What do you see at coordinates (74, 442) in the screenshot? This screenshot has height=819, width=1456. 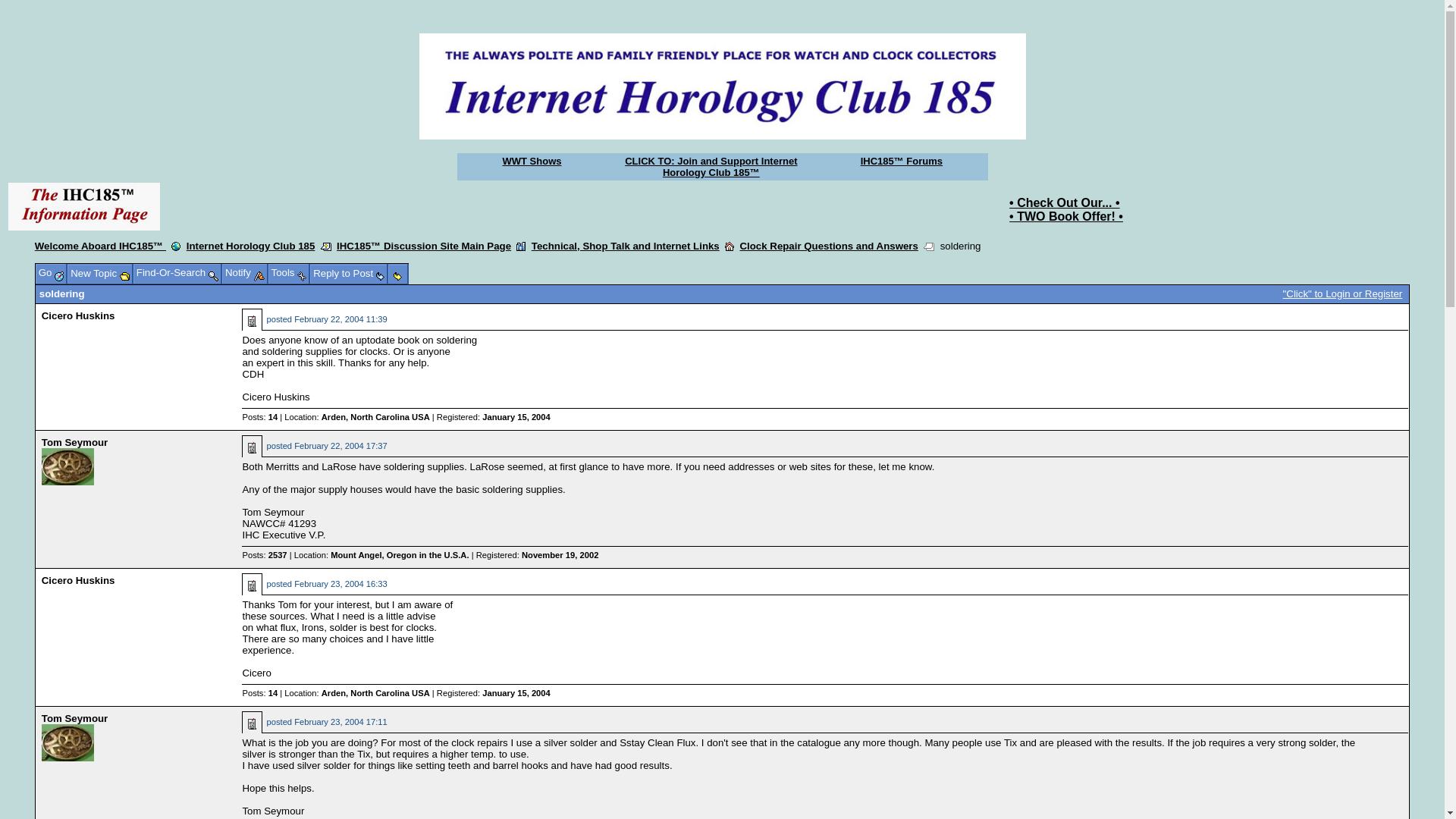 I see `'Tom Seymour'` at bounding box center [74, 442].